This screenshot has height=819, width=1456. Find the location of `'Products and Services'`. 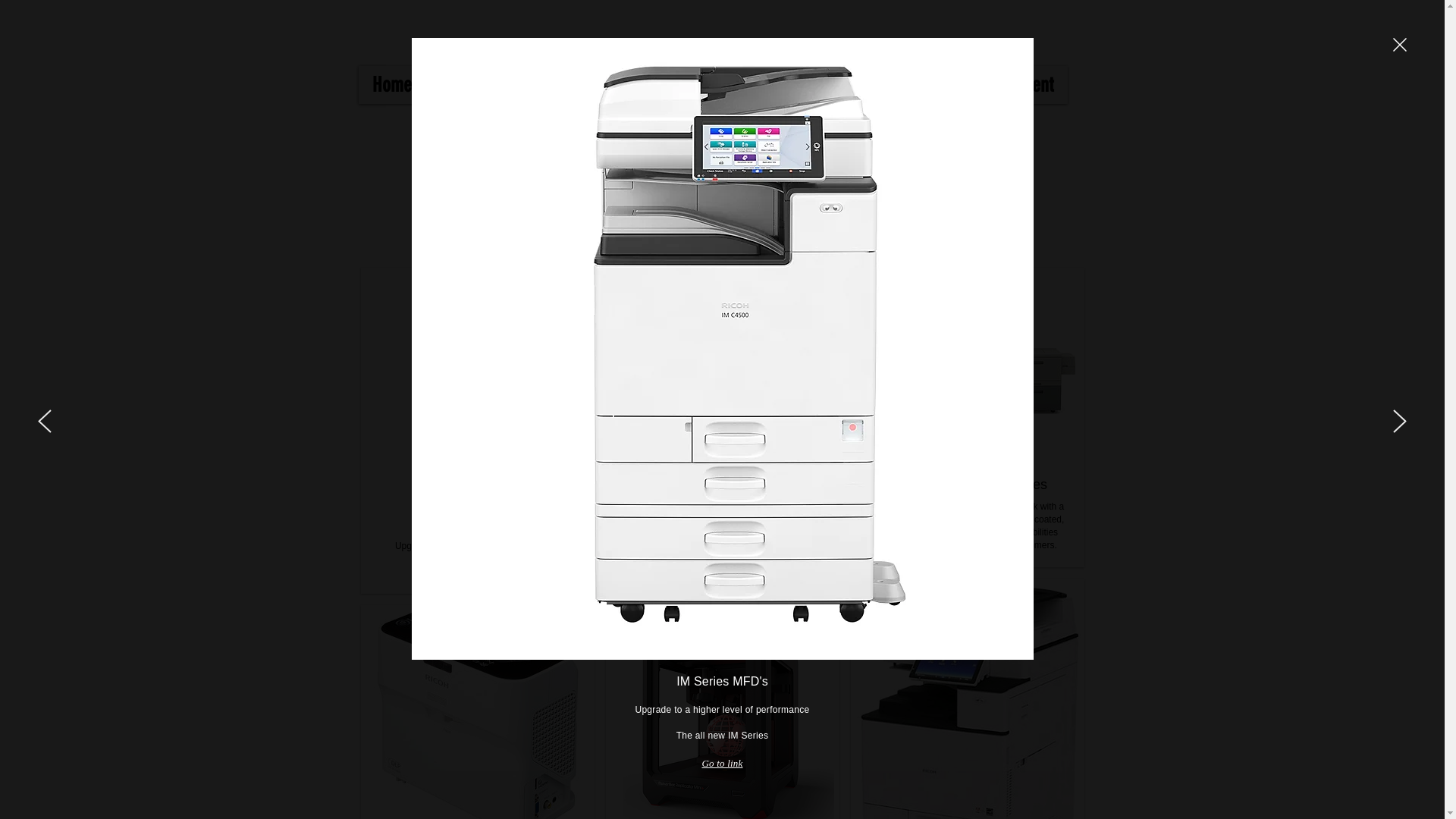

'Products and Services' is located at coordinates (425, 84).